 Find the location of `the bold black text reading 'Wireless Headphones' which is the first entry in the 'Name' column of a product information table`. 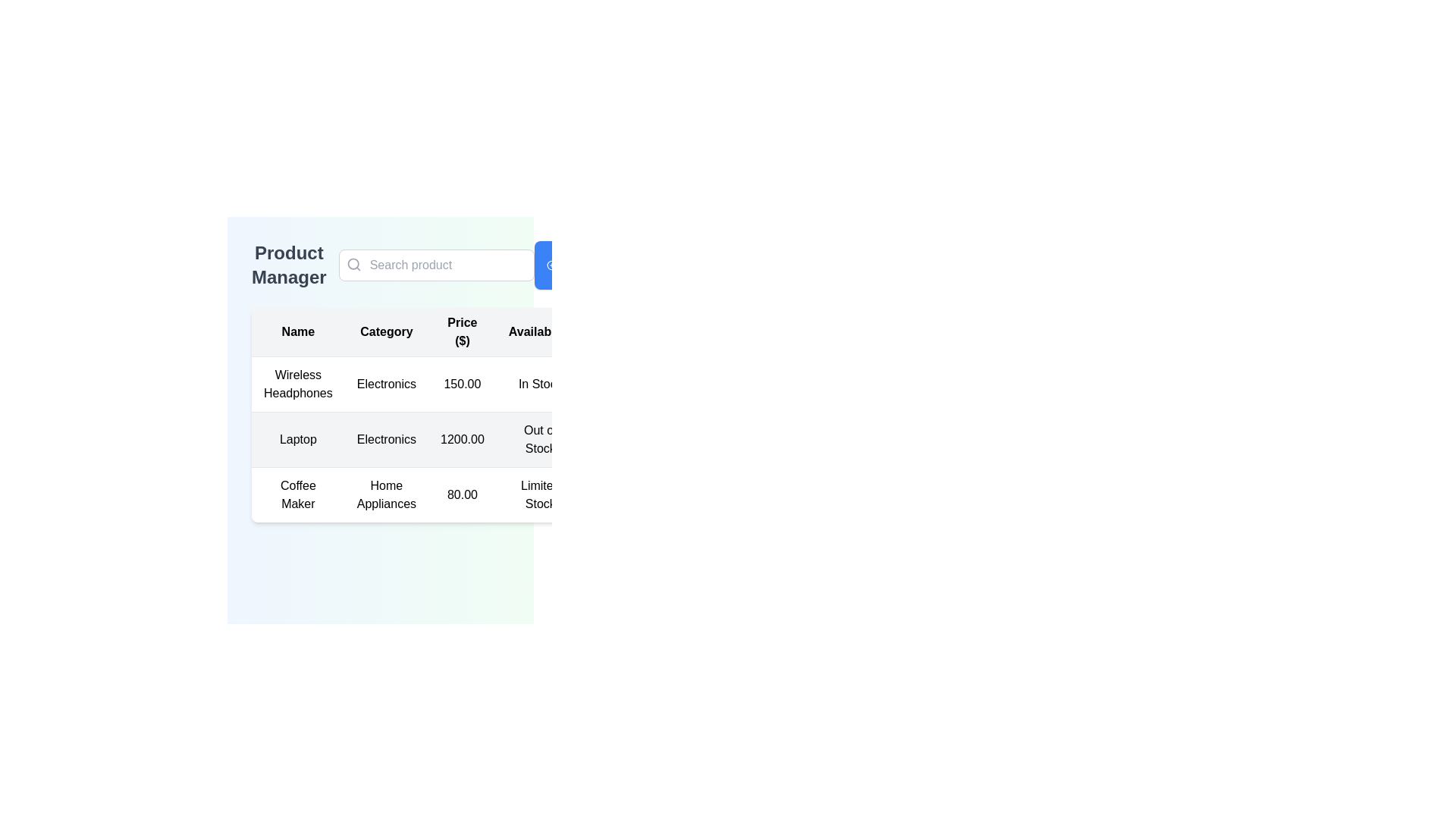

the bold black text reading 'Wireless Headphones' which is the first entry in the 'Name' column of a product information table is located at coordinates (298, 383).